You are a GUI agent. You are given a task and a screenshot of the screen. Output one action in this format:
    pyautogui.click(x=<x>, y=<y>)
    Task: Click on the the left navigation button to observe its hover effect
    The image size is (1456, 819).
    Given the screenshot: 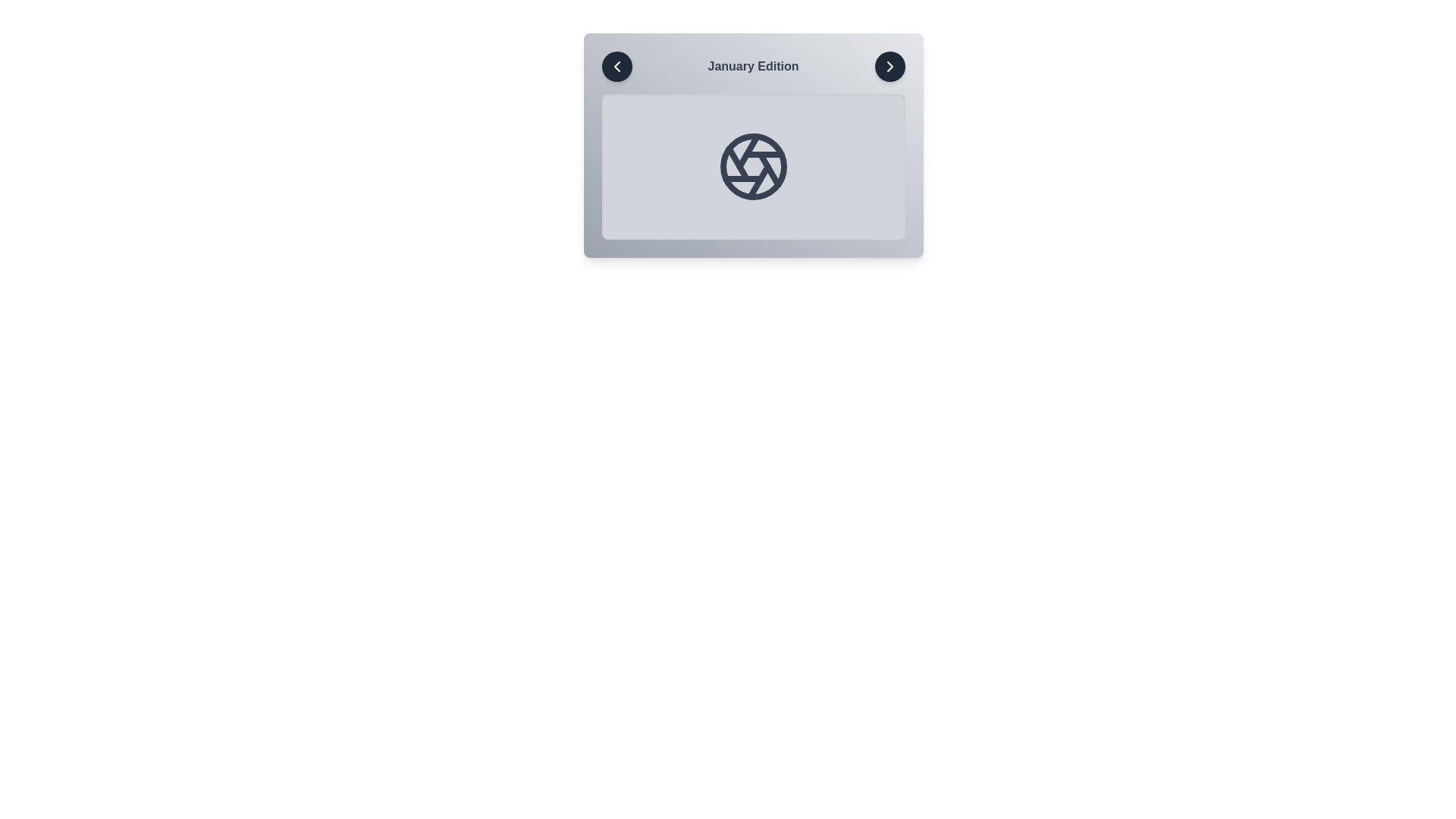 What is the action you would take?
    pyautogui.click(x=617, y=66)
    